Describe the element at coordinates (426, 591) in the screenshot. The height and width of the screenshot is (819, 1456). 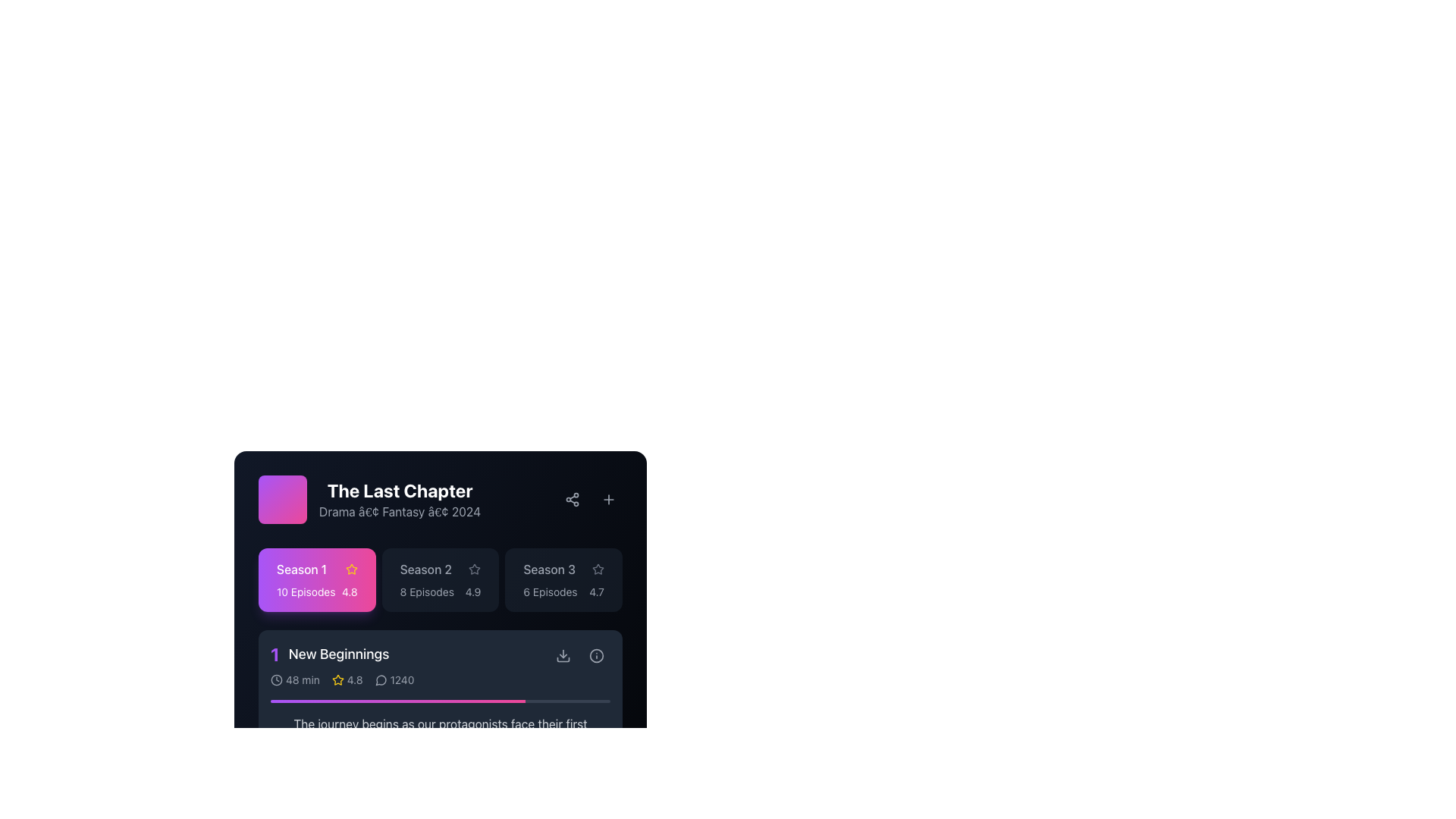
I see `the text label displaying the episode count for Season 2 of 'The Last Chapter', located in the horizontal bar below the title, second from the left among season episode details` at that location.